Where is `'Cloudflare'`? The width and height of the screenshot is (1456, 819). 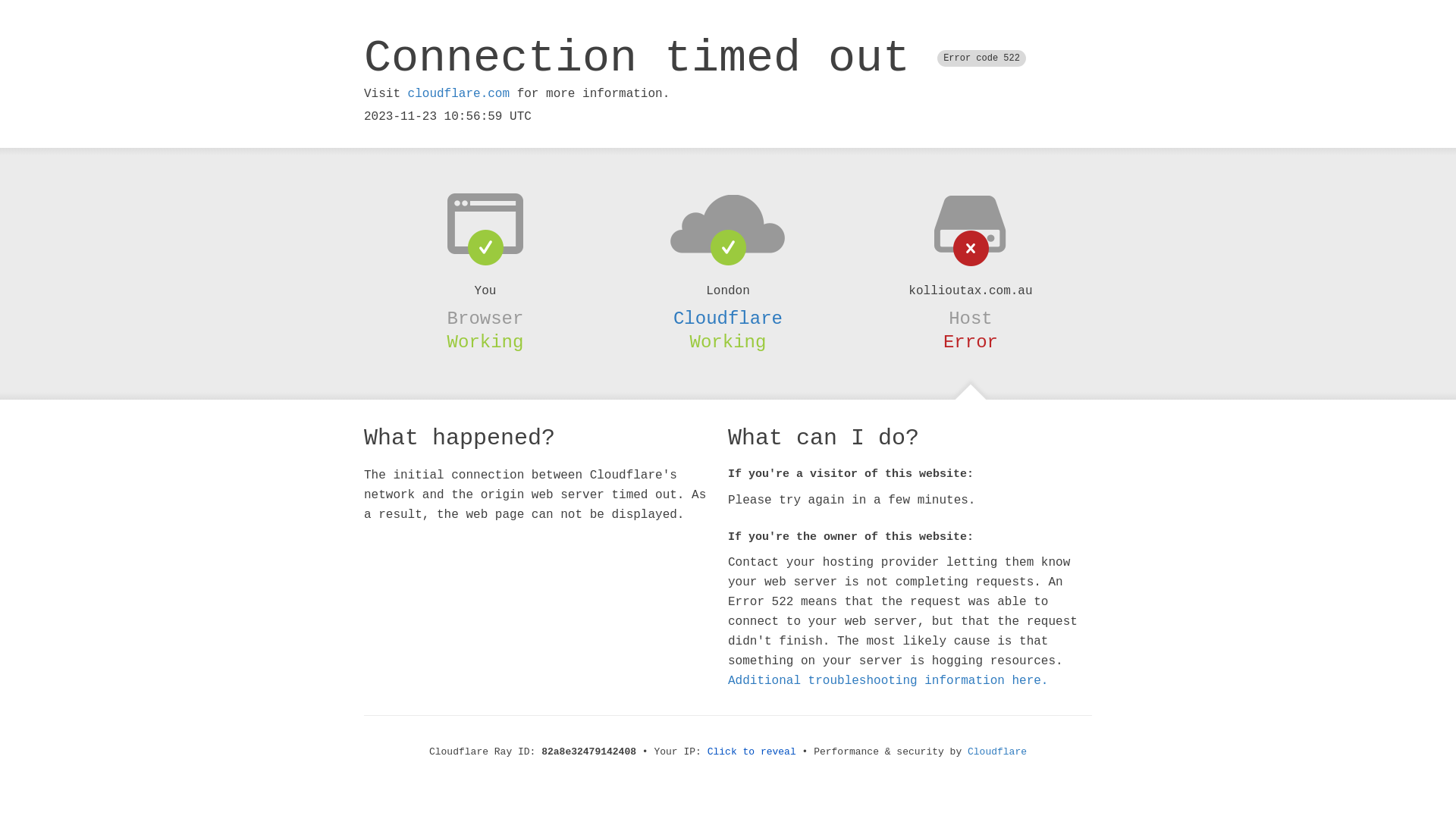
'Cloudflare' is located at coordinates (728, 318).